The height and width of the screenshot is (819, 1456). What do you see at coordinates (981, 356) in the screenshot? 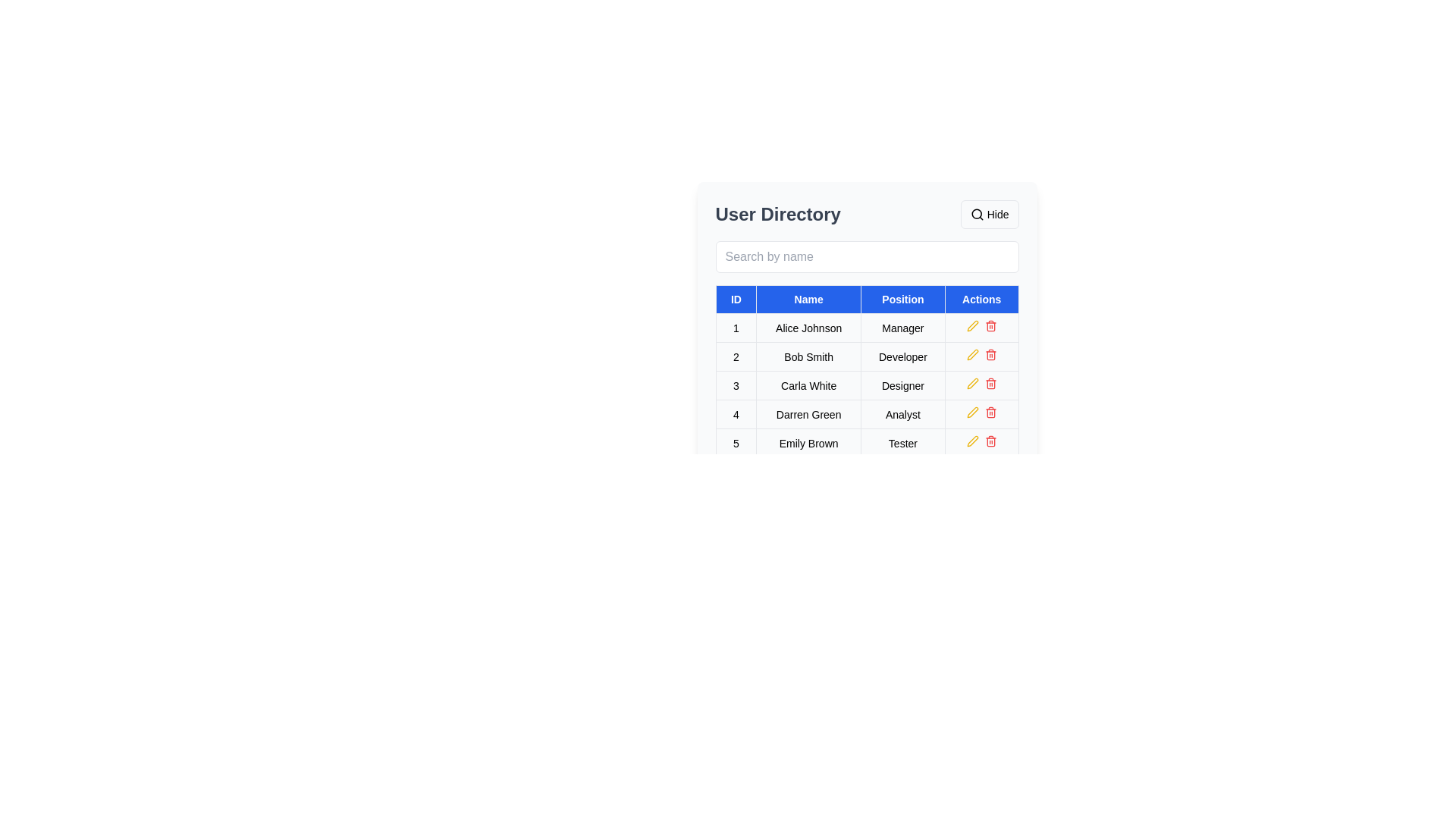
I see `the rectangular button with no visible text located in the 'Actions' column of the table row labeled 'Bob Smith Developer'` at bounding box center [981, 356].